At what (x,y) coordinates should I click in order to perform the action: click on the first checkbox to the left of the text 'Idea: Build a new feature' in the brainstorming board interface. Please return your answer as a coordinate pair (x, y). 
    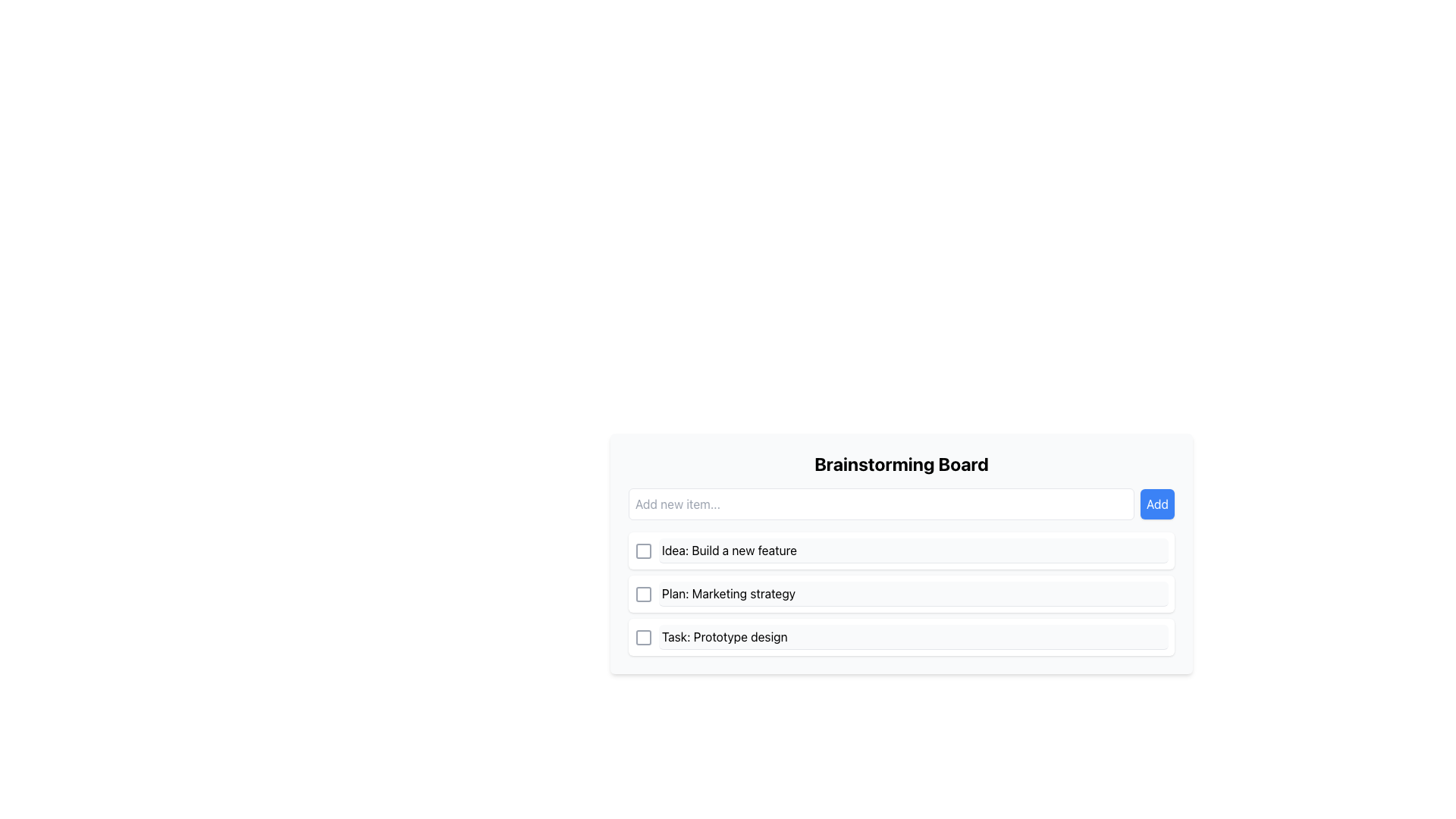
    Looking at the image, I should click on (644, 550).